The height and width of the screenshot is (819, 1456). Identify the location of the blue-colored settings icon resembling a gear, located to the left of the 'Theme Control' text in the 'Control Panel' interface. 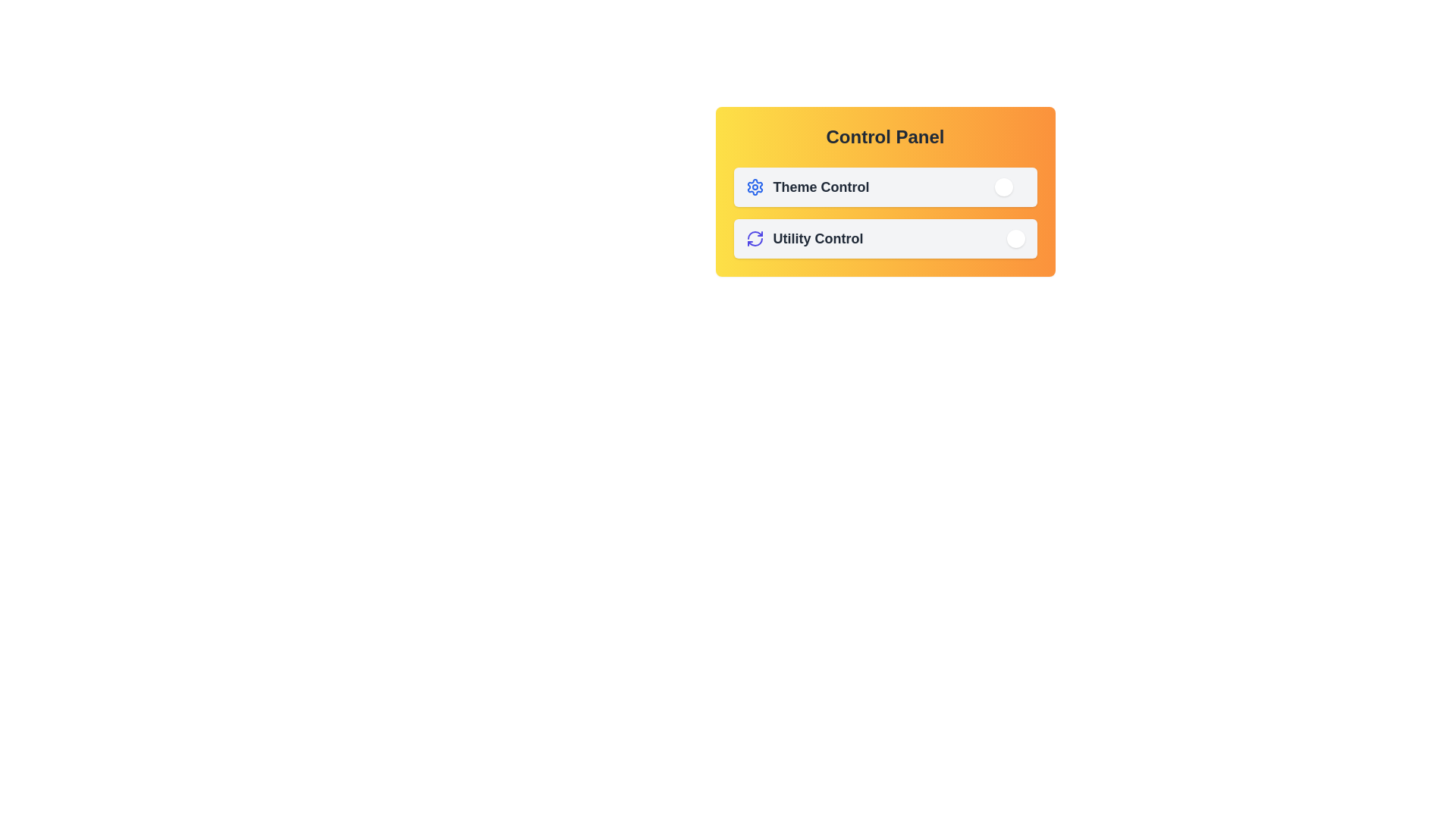
(755, 186).